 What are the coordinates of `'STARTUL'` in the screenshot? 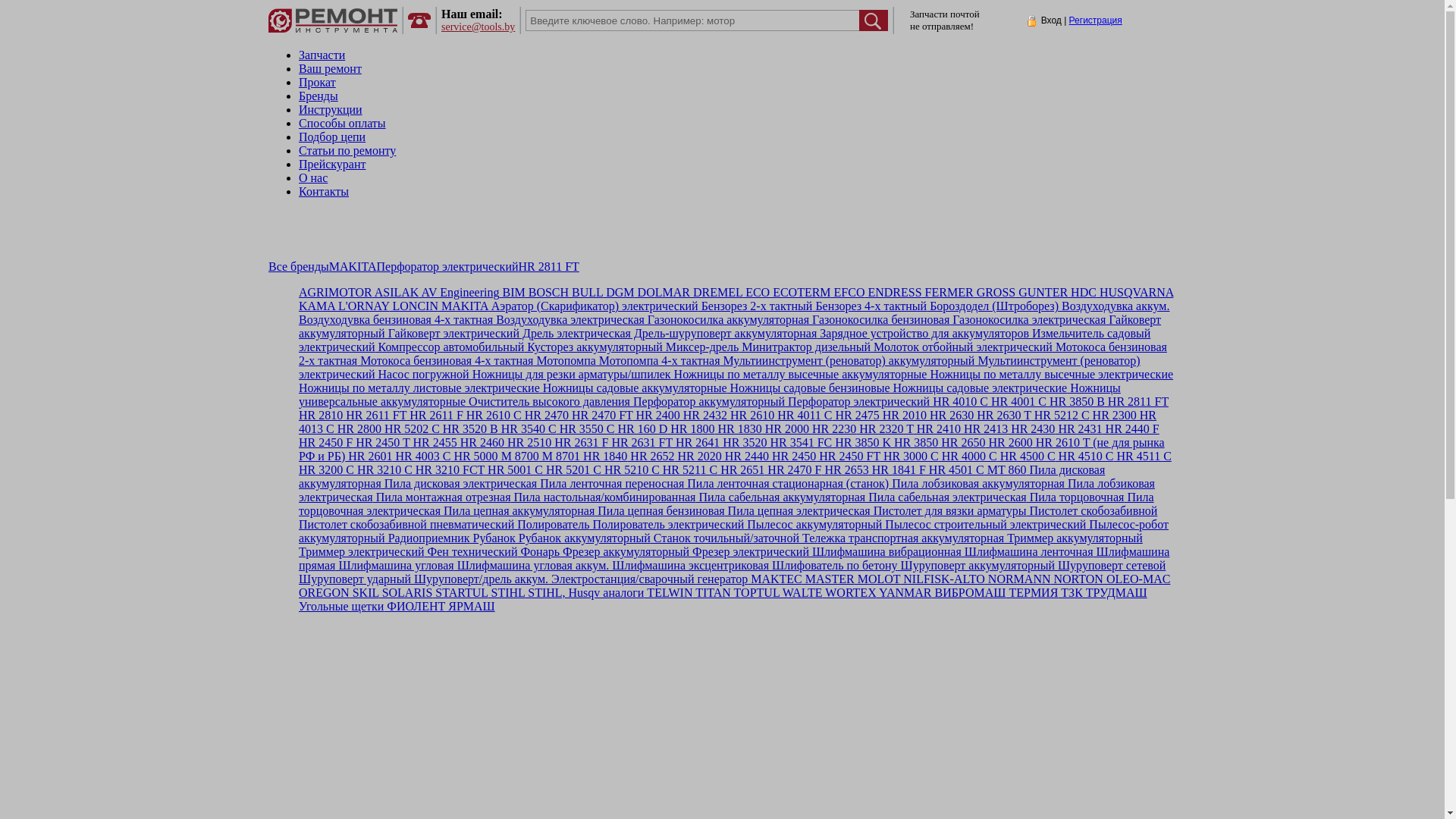 It's located at (459, 591).